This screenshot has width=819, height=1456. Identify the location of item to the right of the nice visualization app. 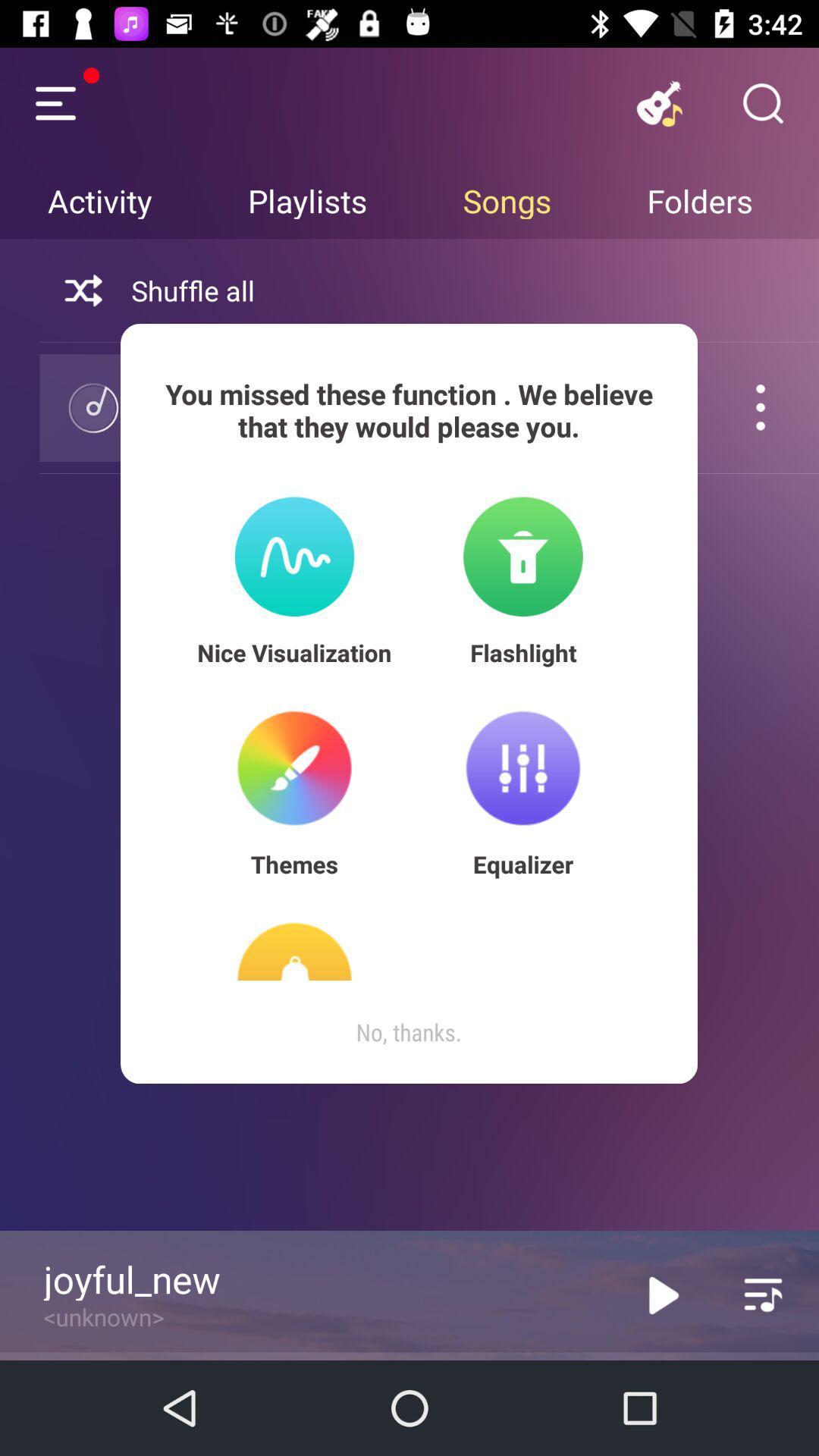
(522, 652).